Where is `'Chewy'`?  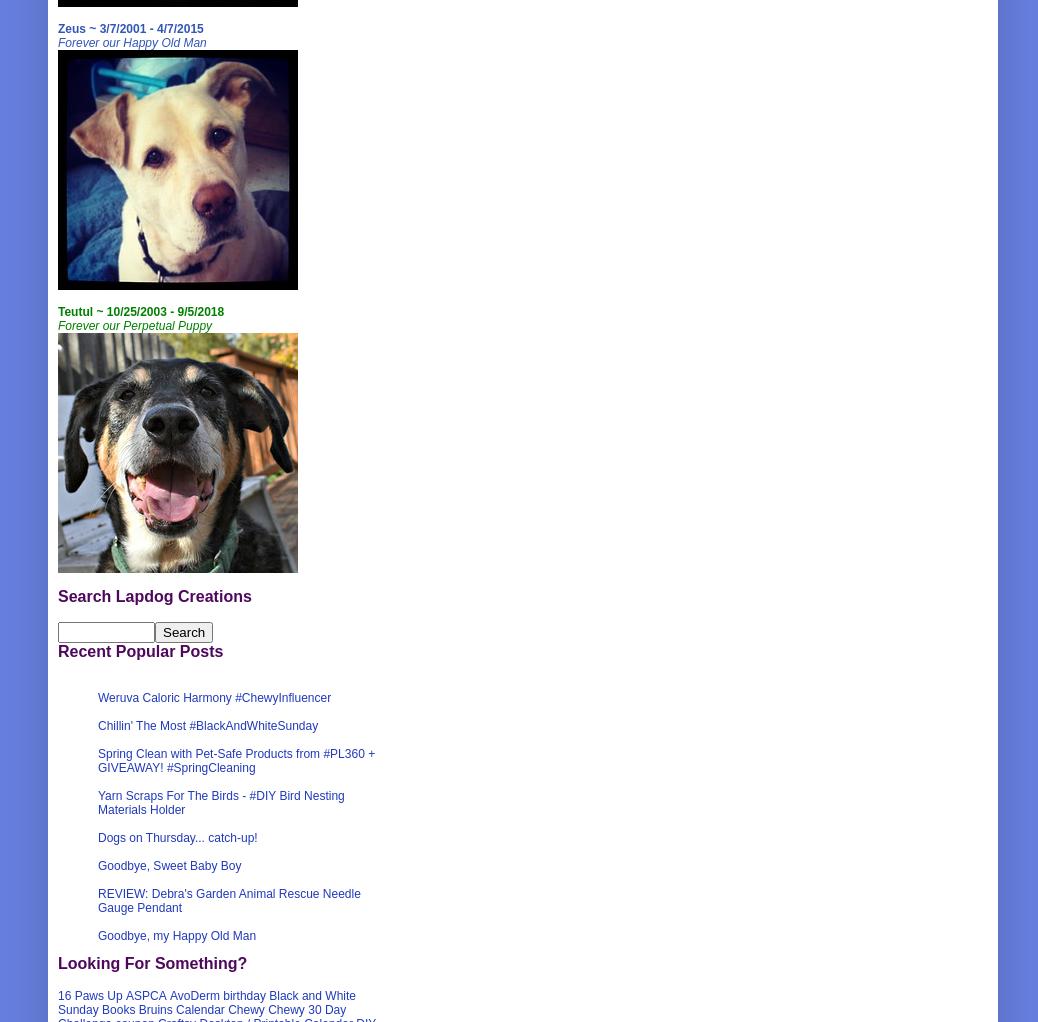 'Chewy' is located at coordinates (245, 1010).